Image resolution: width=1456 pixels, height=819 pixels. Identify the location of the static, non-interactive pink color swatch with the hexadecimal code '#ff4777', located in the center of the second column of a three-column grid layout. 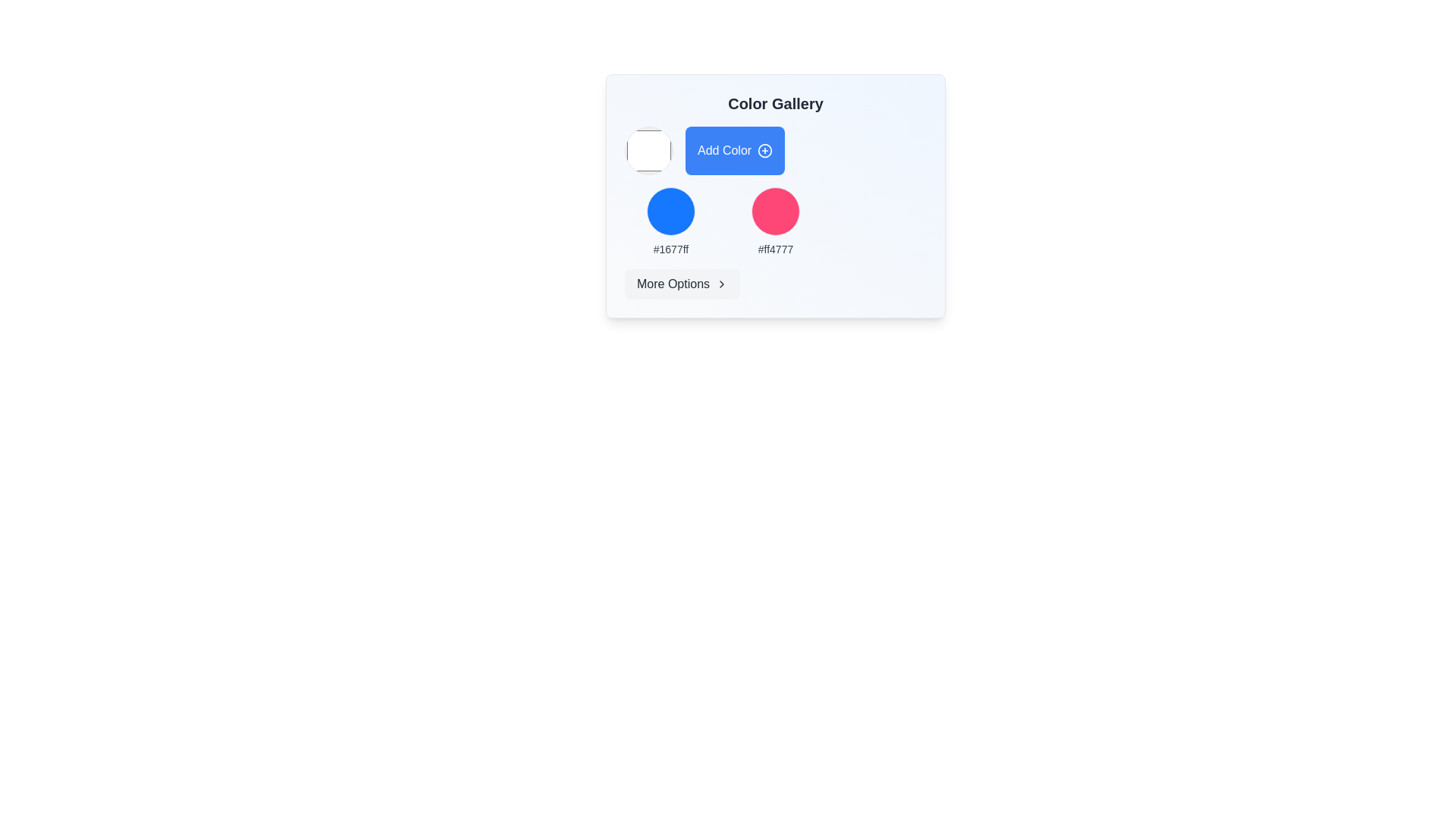
(775, 222).